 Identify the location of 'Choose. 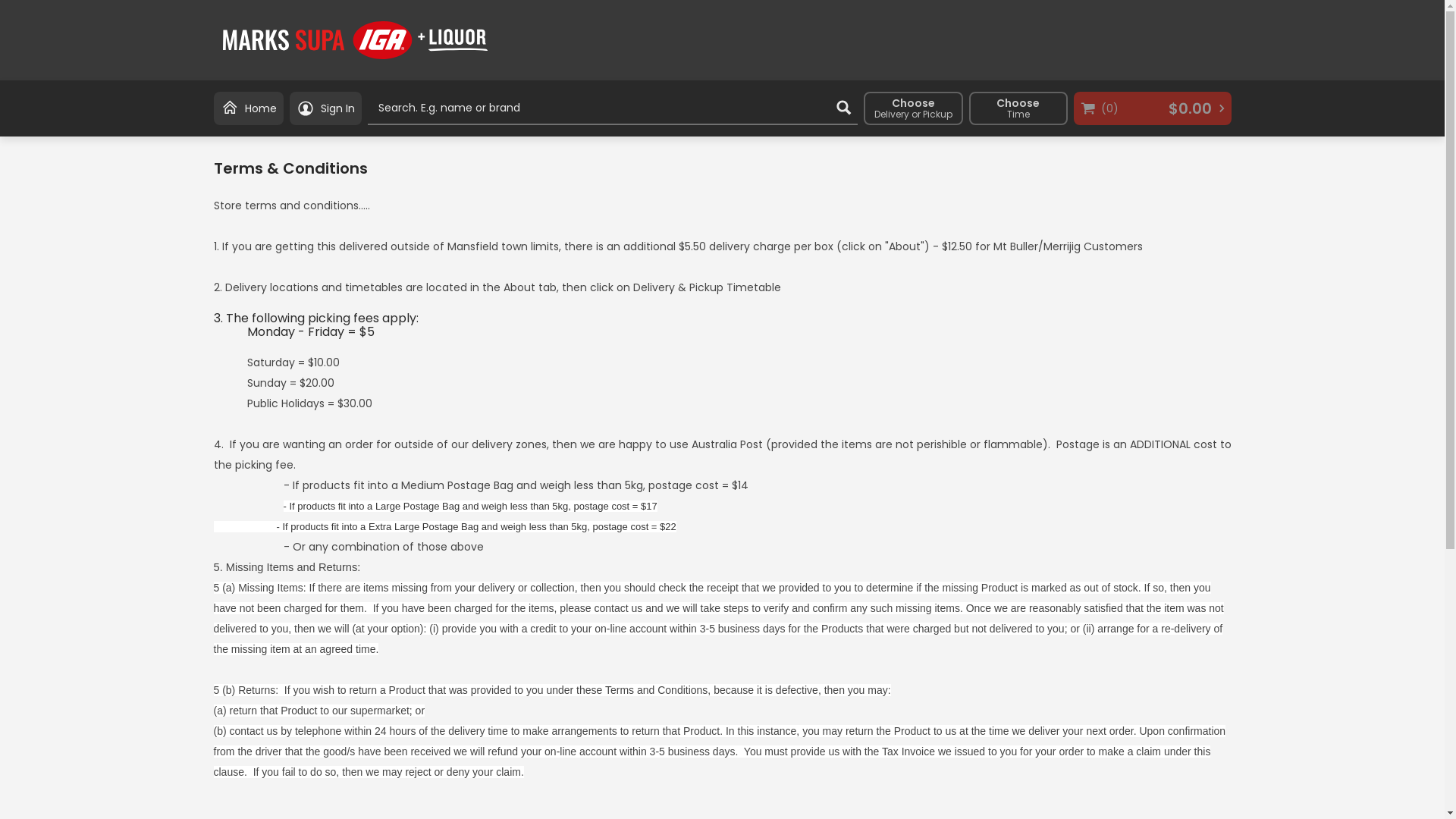
(912, 107).